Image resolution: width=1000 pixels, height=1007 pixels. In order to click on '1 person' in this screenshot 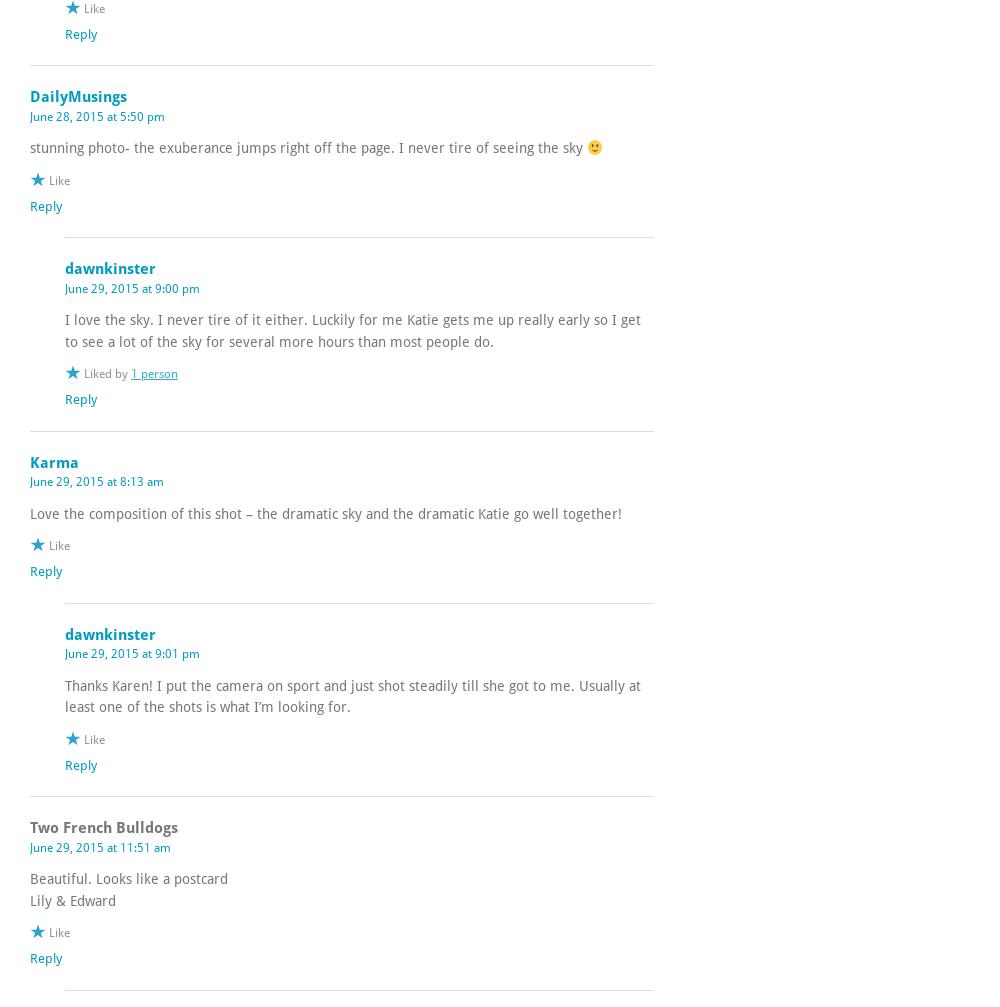, I will do `click(154, 373)`.